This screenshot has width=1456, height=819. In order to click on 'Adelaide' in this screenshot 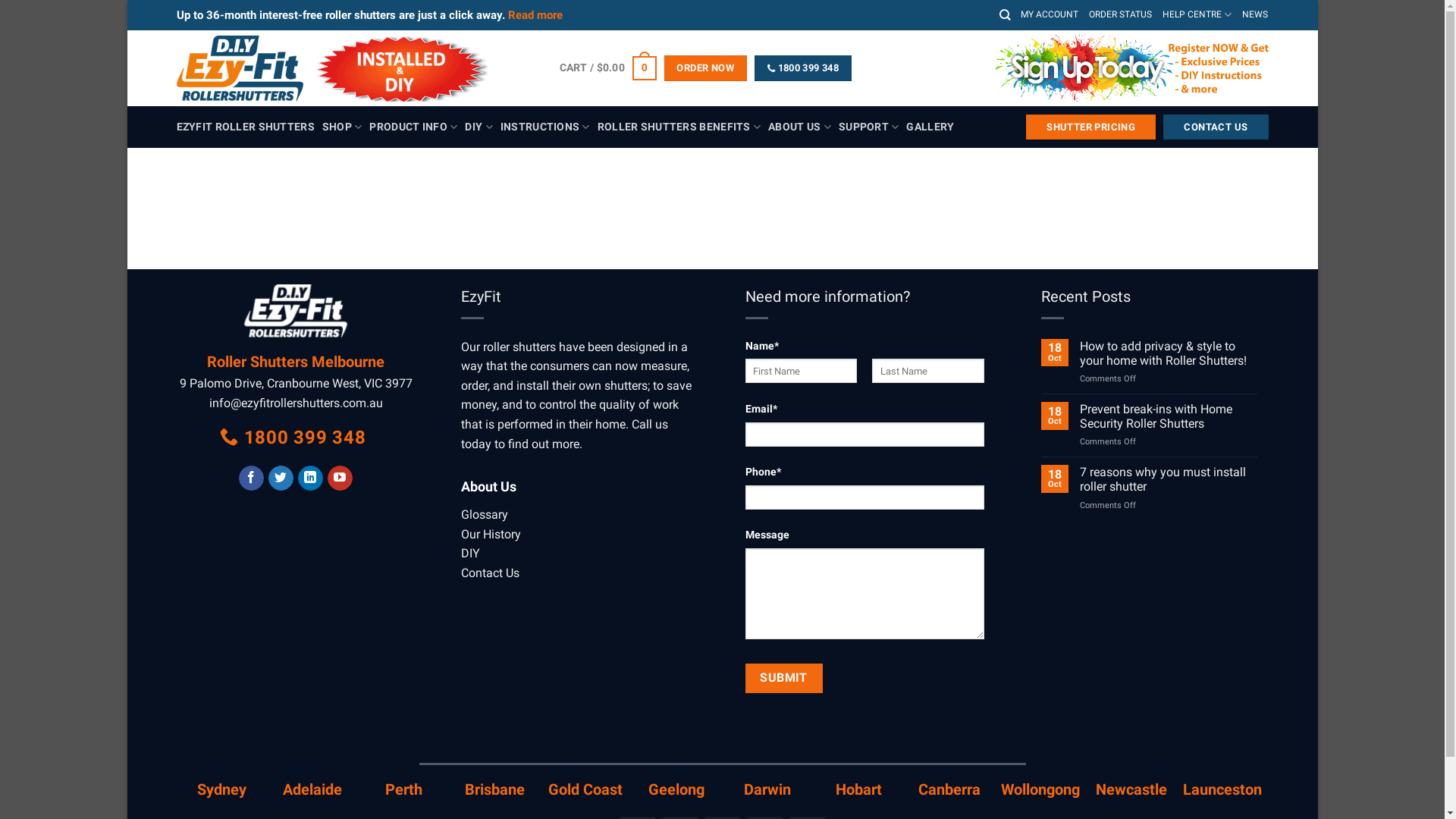, I will do `click(312, 789)`.